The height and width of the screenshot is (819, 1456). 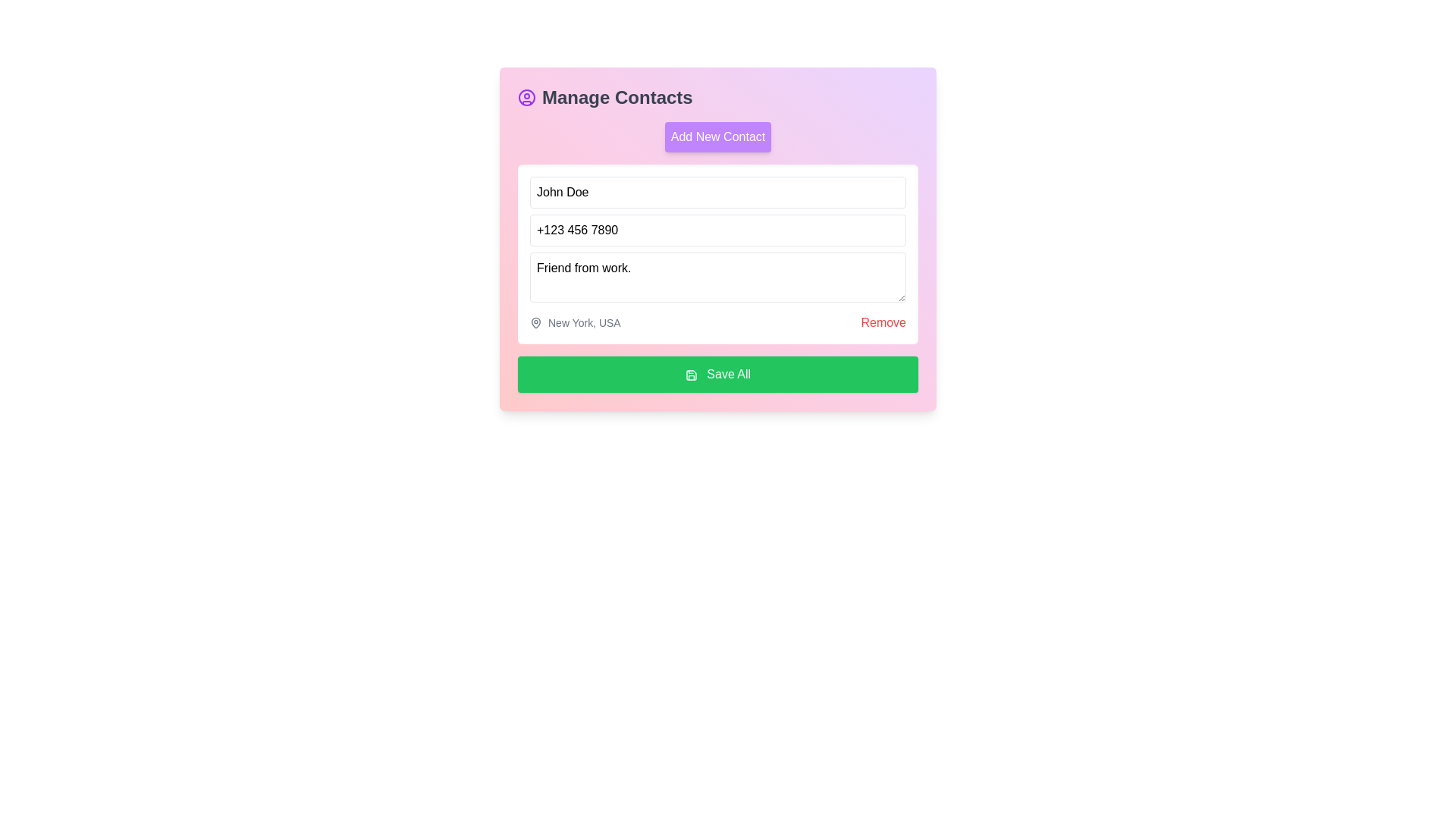 I want to click on the decorative icon located at the top-left corner of the 'Manage Contacts' panel, adjacent to the panel's main title text 'Manage Contacts', so click(x=527, y=97).